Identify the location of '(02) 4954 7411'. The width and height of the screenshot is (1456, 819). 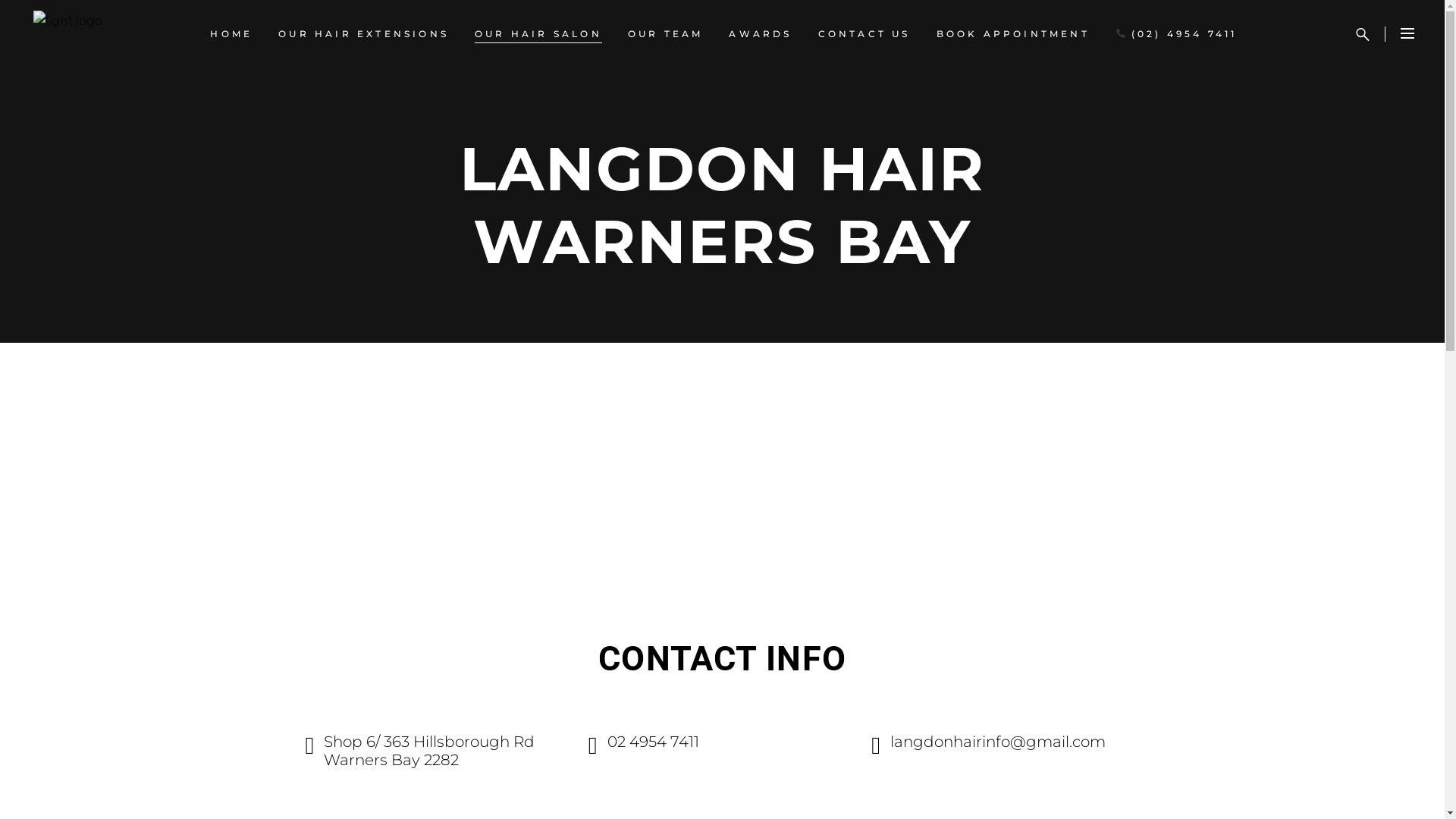
(1103, 34).